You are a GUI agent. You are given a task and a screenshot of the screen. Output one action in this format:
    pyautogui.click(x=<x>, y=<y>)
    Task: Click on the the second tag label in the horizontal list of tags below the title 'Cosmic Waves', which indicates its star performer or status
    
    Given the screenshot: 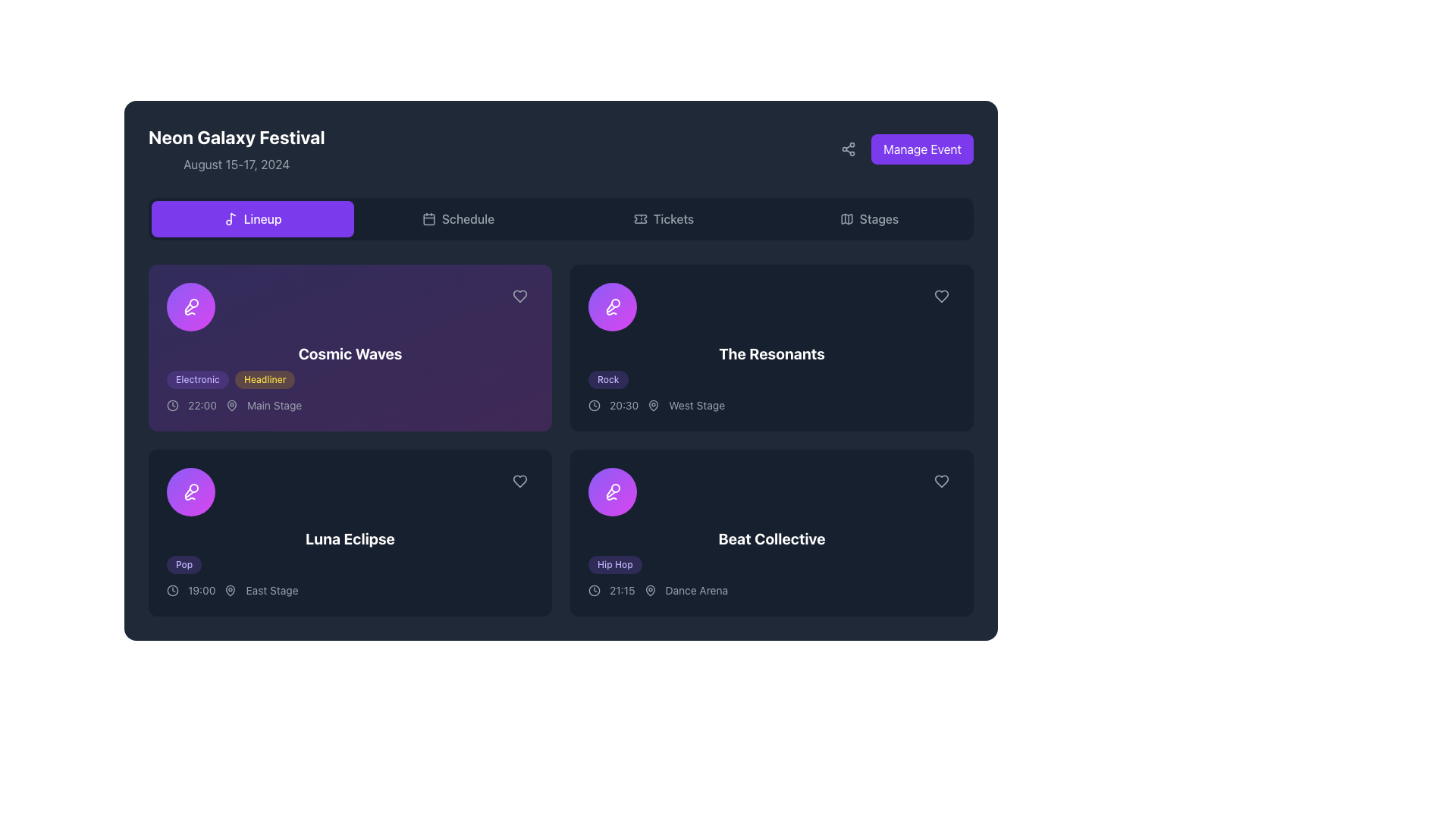 What is the action you would take?
    pyautogui.click(x=265, y=379)
    